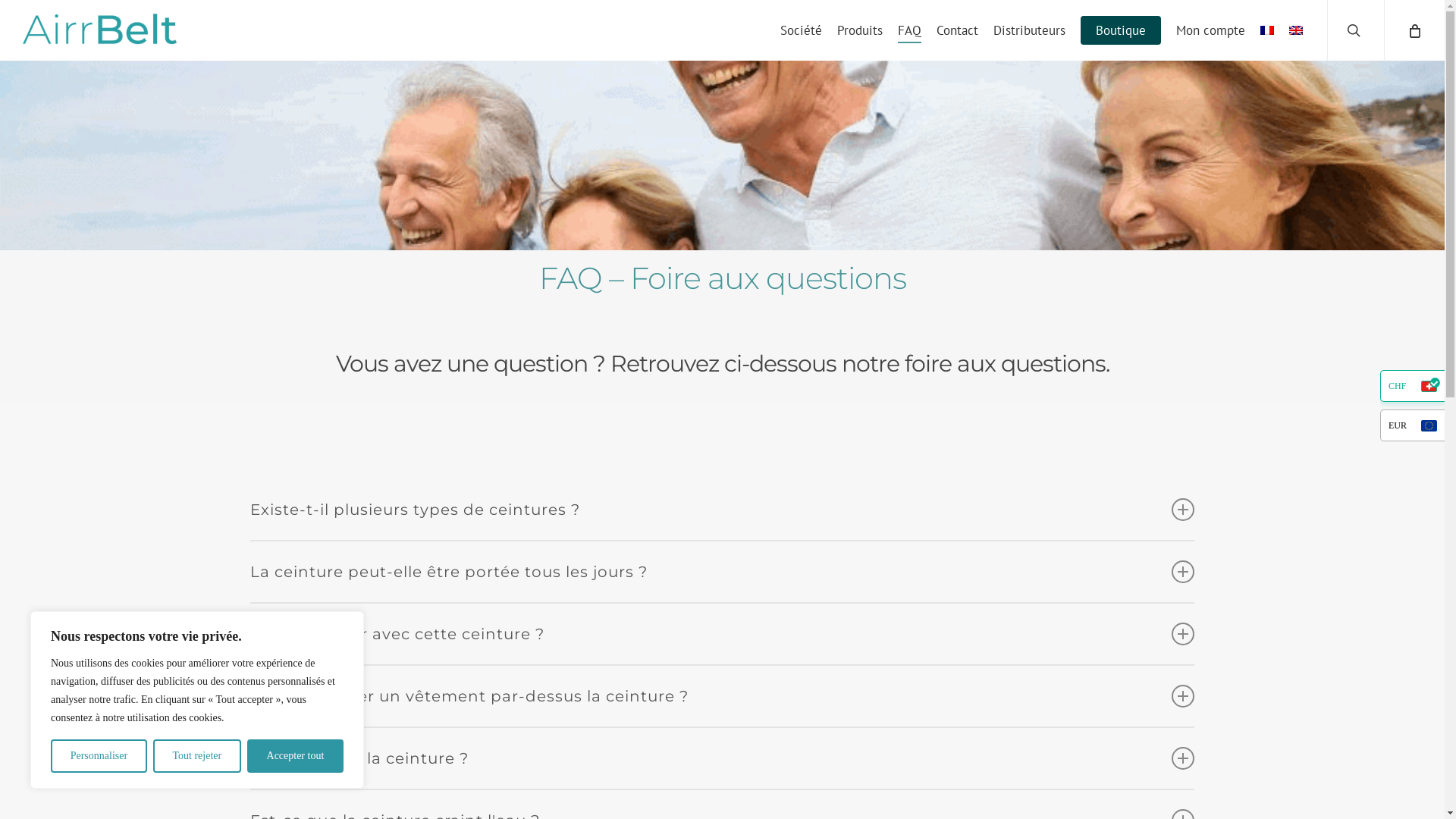  I want to click on 'FAQ', so click(909, 30).